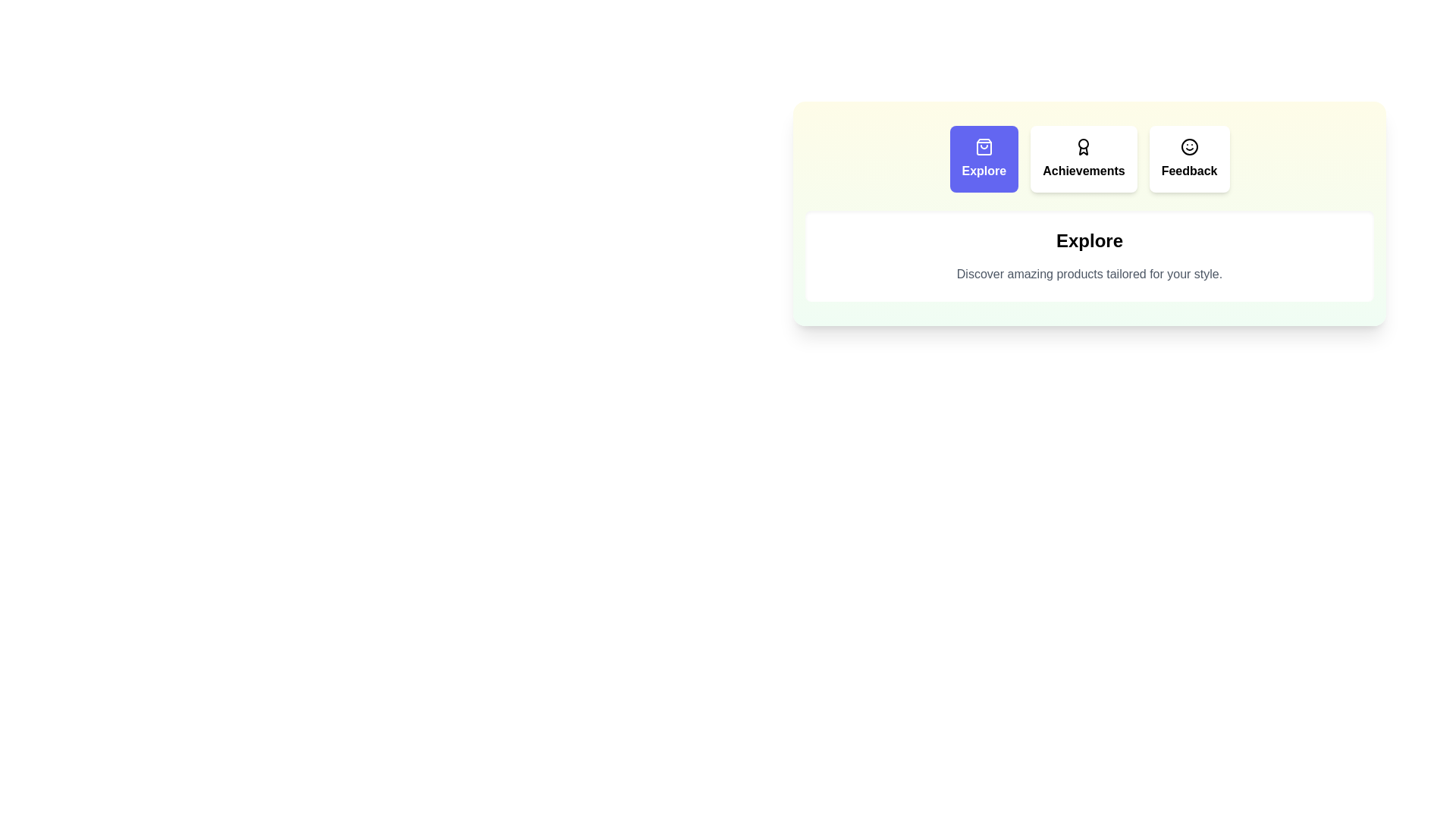 The width and height of the screenshot is (1456, 819). I want to click on the Feedback tab by clicking on its respective title or icon, so click(1188, 158).